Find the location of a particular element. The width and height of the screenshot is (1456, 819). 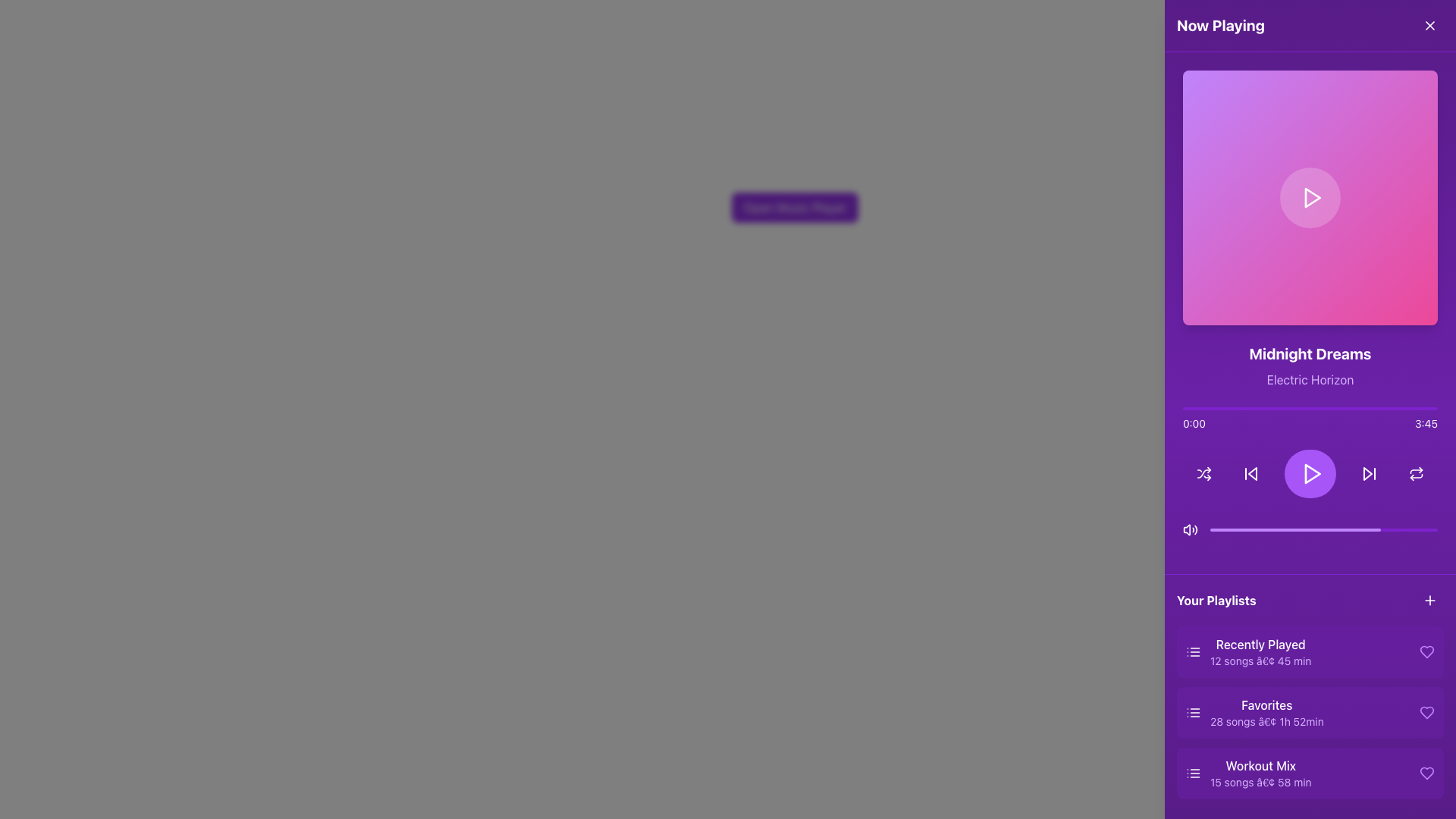

the circular purple play button located in the center of the bottom control bar is located at coordinates (1310, 472).